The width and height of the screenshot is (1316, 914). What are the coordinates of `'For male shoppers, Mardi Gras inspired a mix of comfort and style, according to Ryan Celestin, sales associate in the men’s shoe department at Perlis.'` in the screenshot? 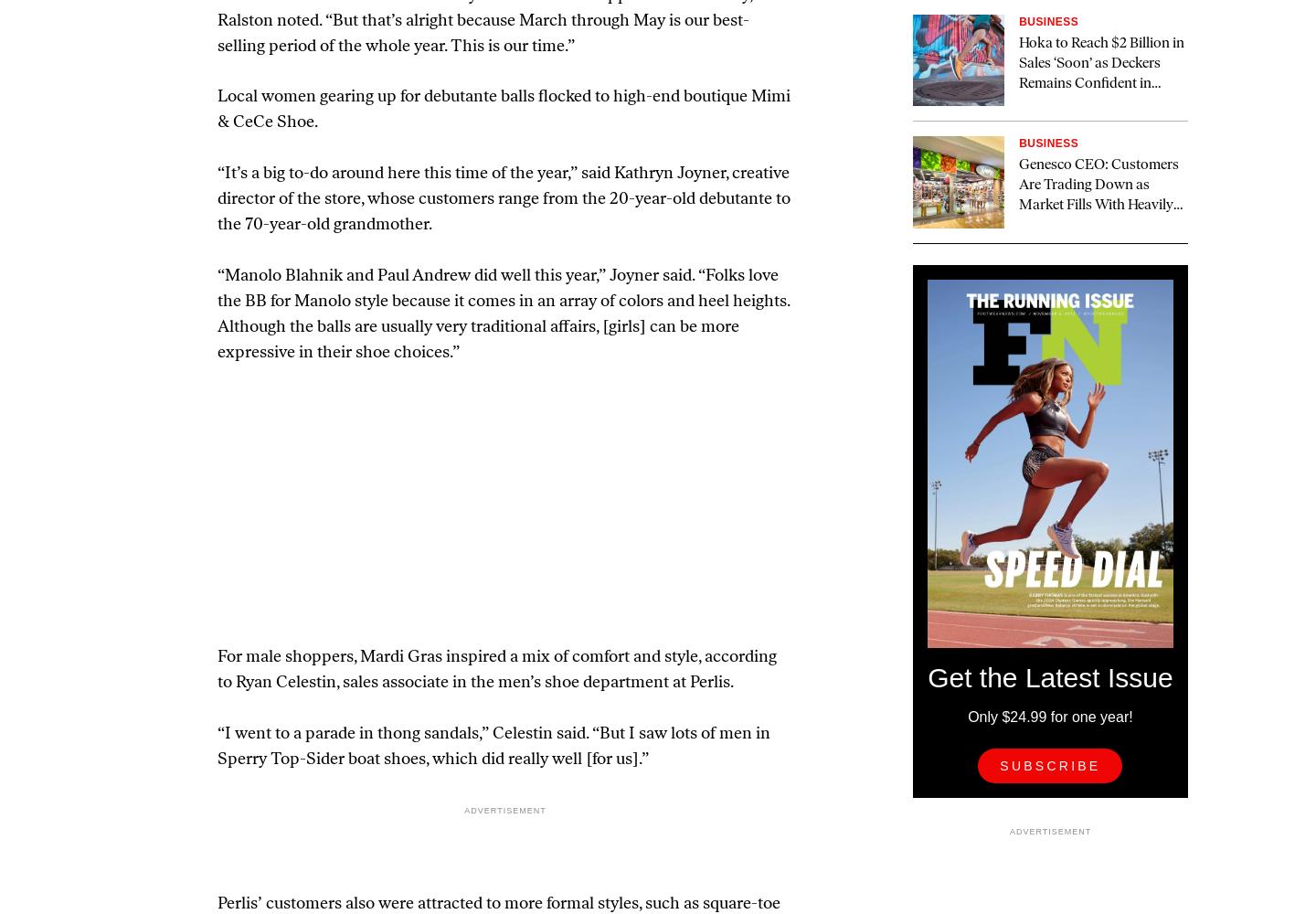 It's located at (497, 669).